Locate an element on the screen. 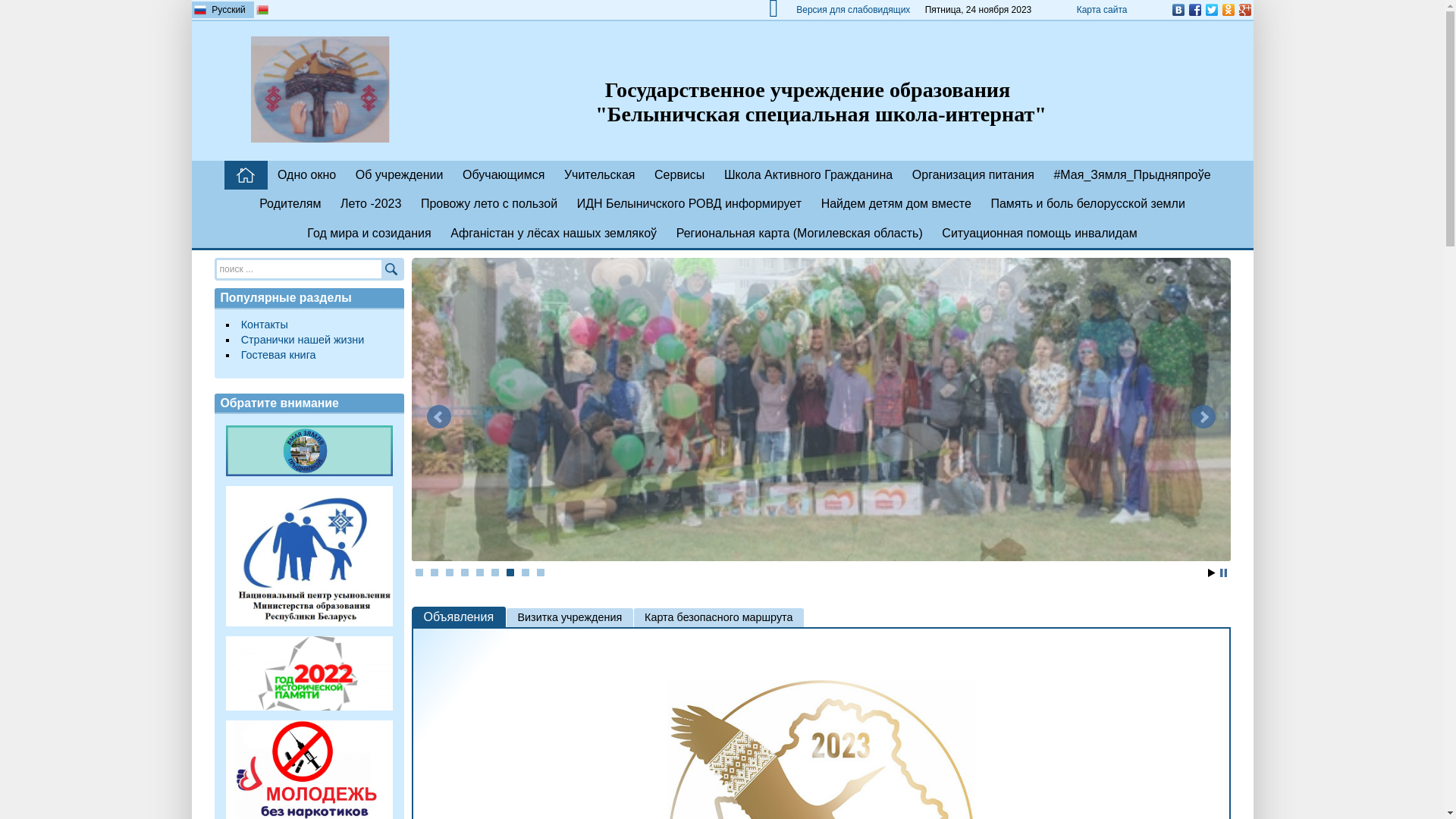 This screenshot has width=1456, height=819. '1' is located at coordinates (419, 573).